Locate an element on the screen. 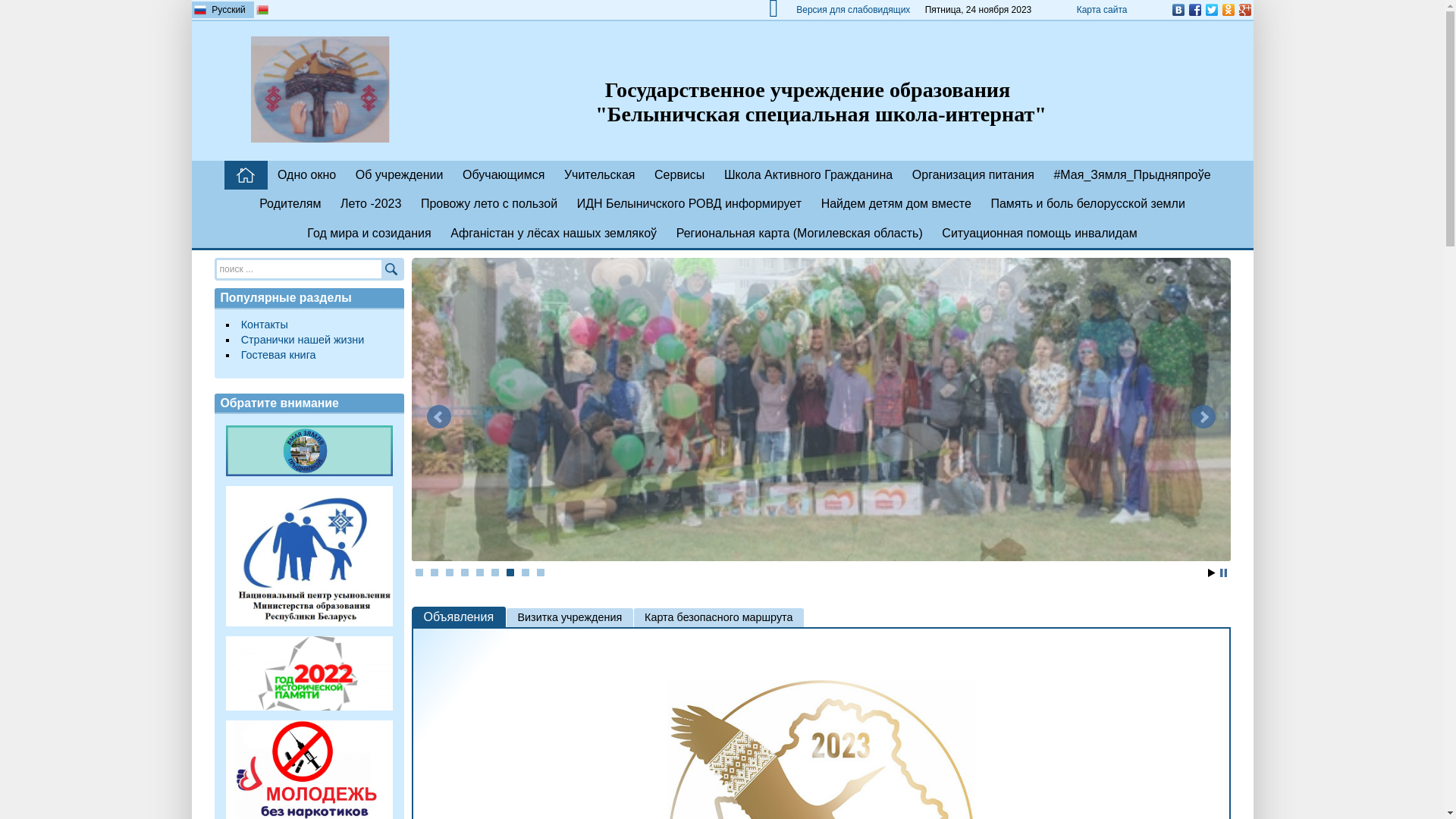 This screenshot has width=1456, height=819. '1' is located at coordinates (419, 573).